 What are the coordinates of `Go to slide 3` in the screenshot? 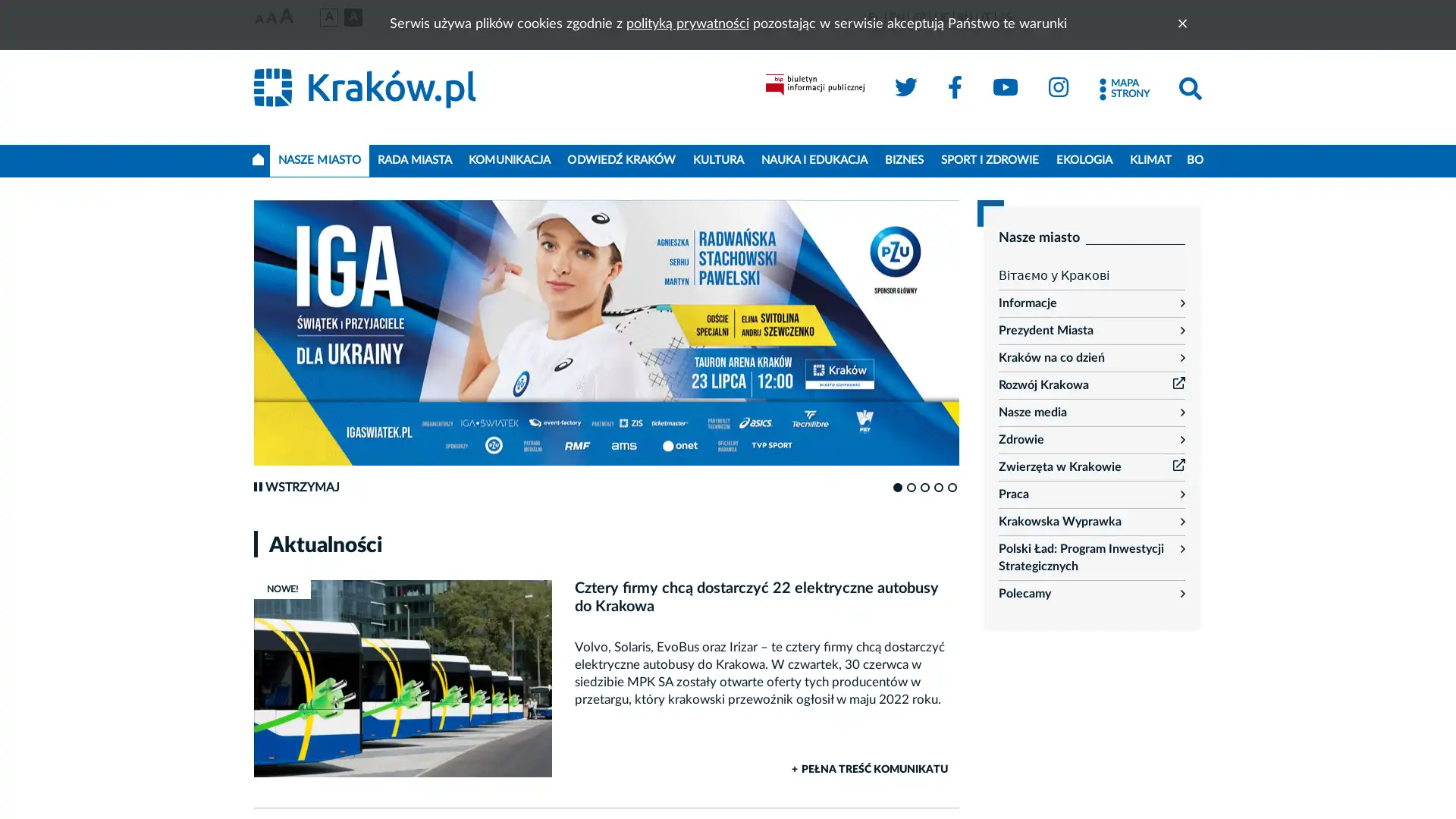 It's located at (924, 488).